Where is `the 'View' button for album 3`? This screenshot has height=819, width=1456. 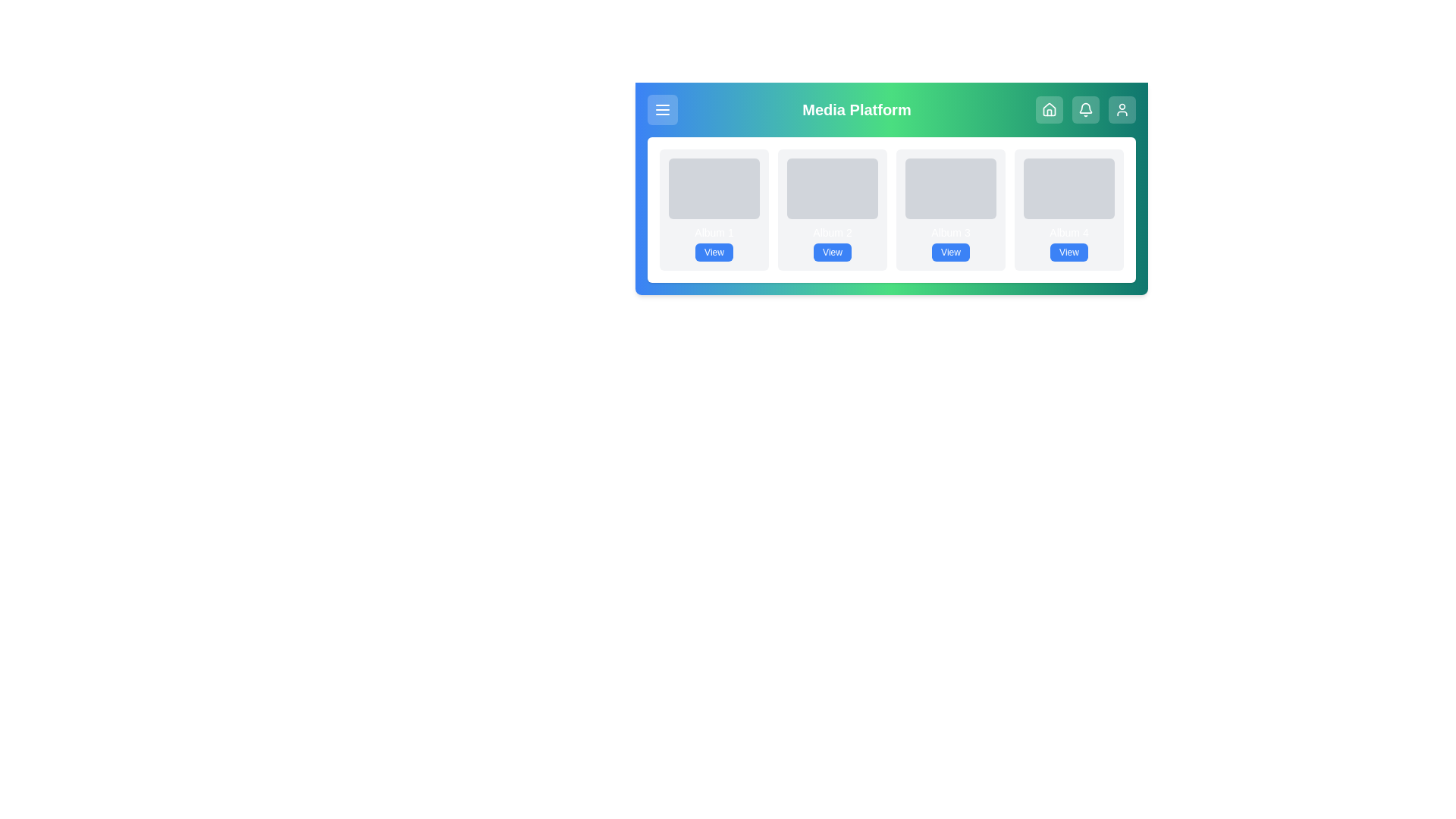 the 'View' button for album 3 is located at coordinates (949, 251).